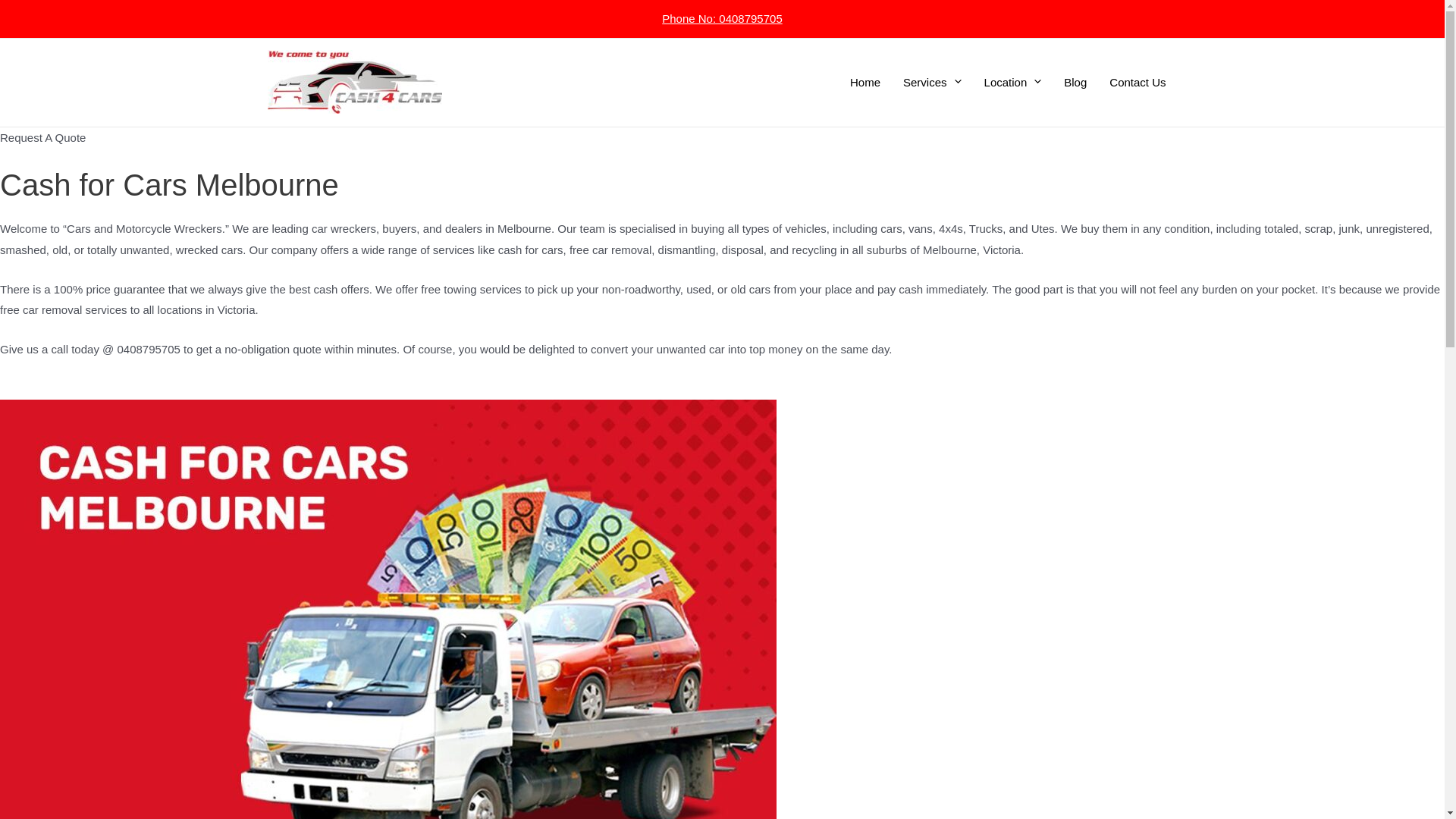 The width and height of the screenshot is (1456, 819). I want to click on 'Services', so click(892, 82).